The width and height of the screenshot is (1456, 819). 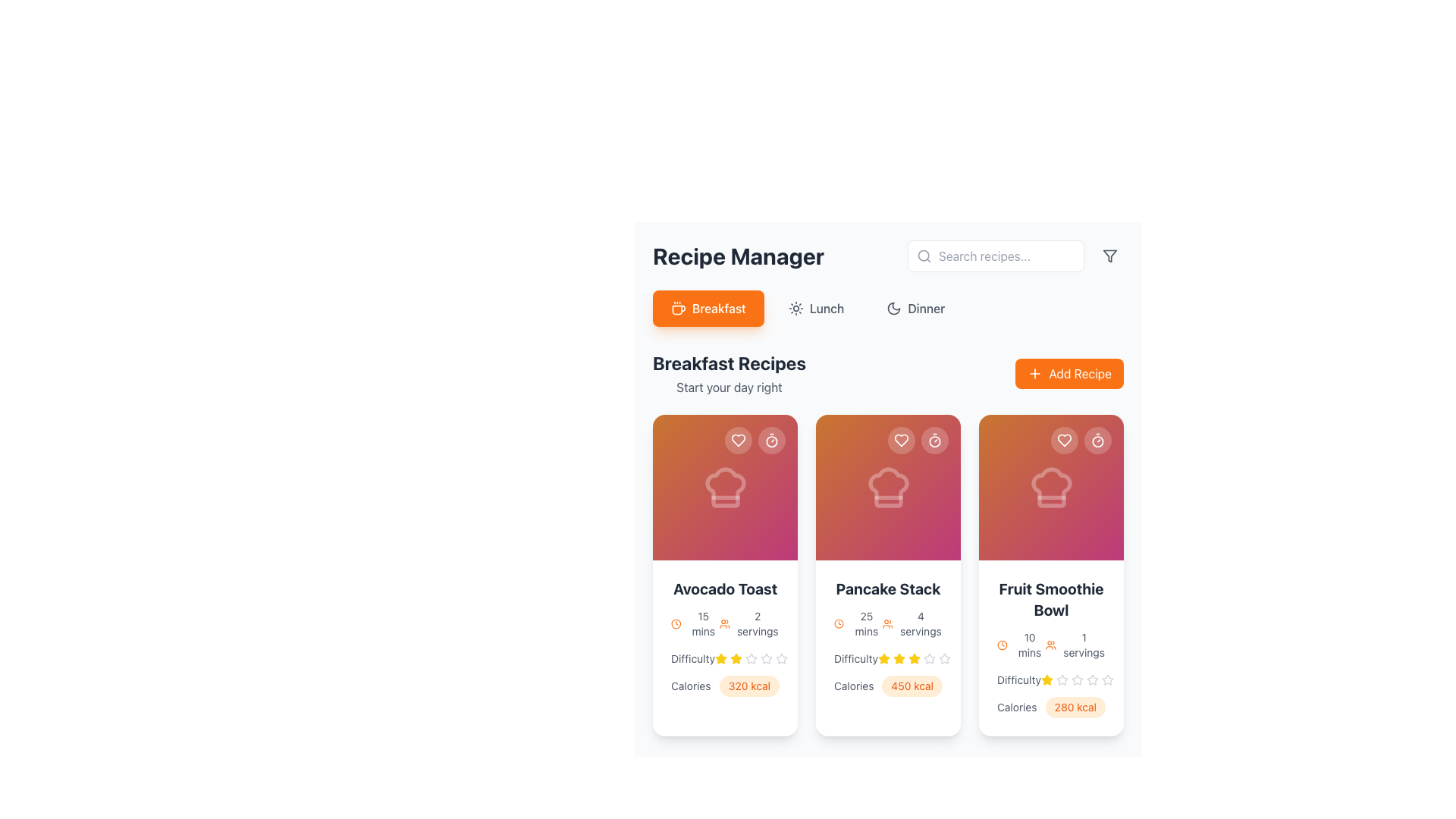 What do you see at coordinates (702, 623) in the screenshot?
I see `preparation time text label located beneath the clock icon and above the servings description in the first recipe card` at bounding box center [702, 623].